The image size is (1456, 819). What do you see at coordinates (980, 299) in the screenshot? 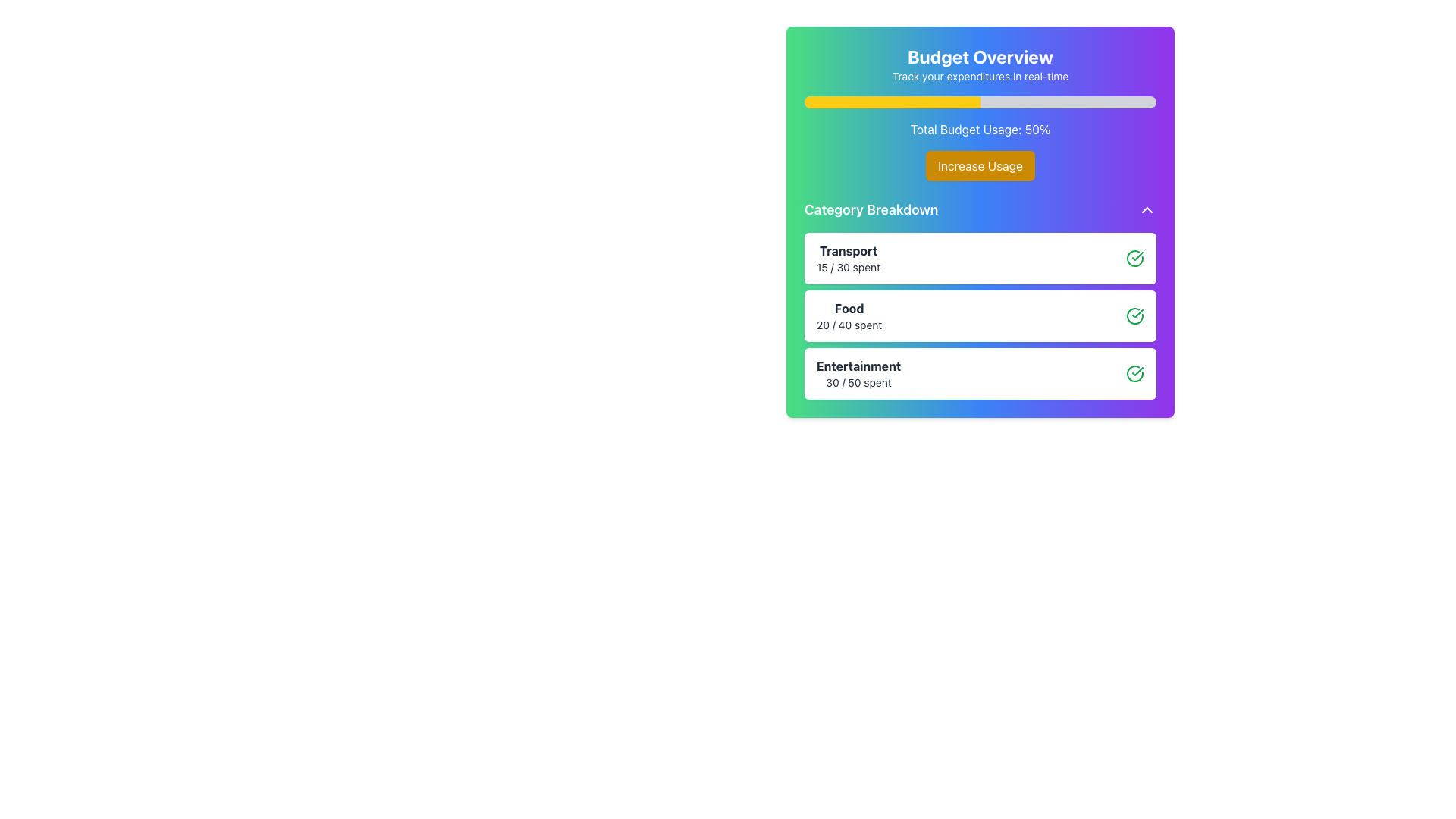
I see `the second vertical list item displaying expense details under the 'Category Breakdown' section` at bounding box center [980, 299].